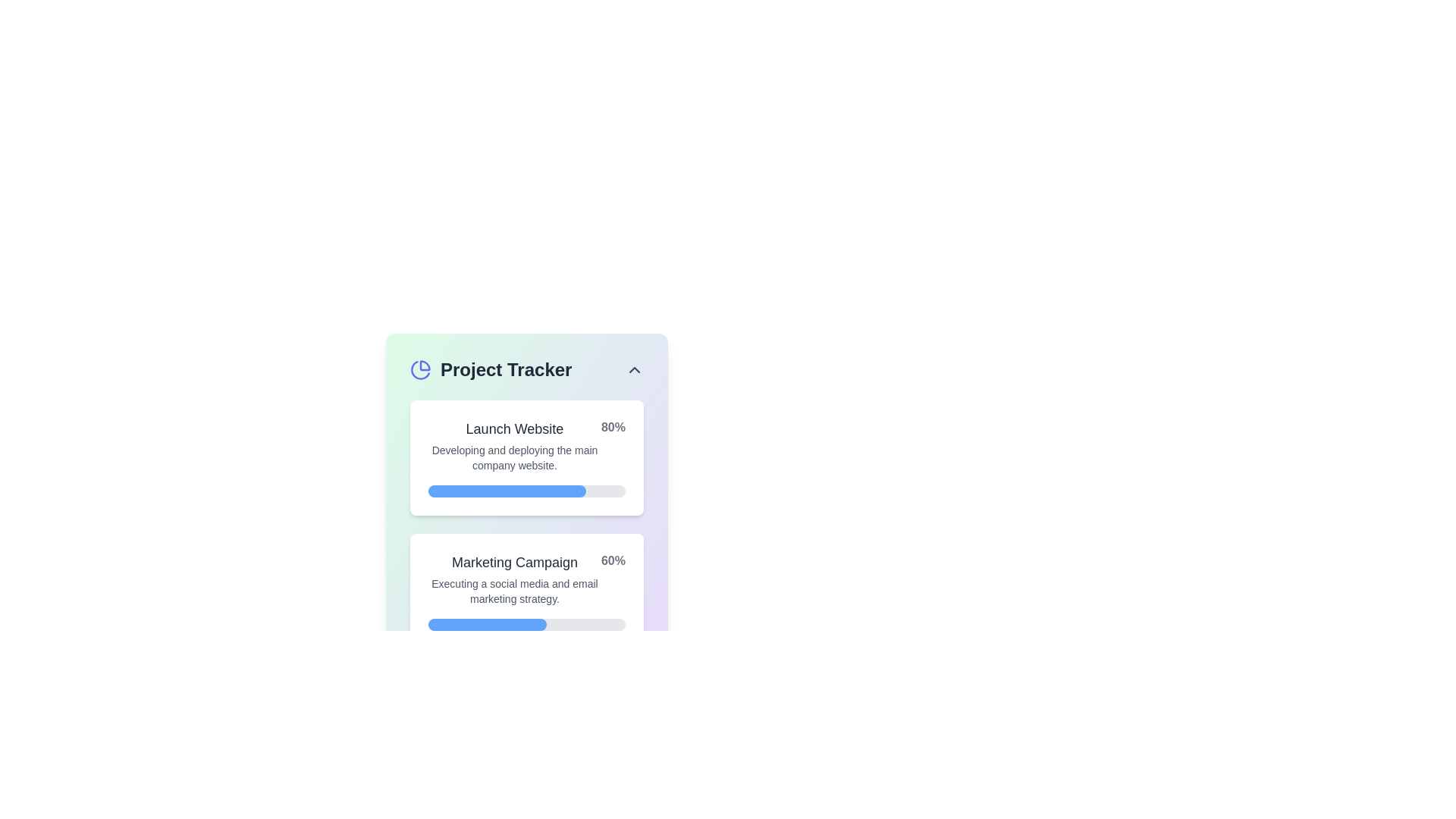  I want to click on the blue progress indicator bar that occupies 60% of the available width, located below the 'Marketing Campaign' label in the 'Project Tracker' interface, so click(488, 625).